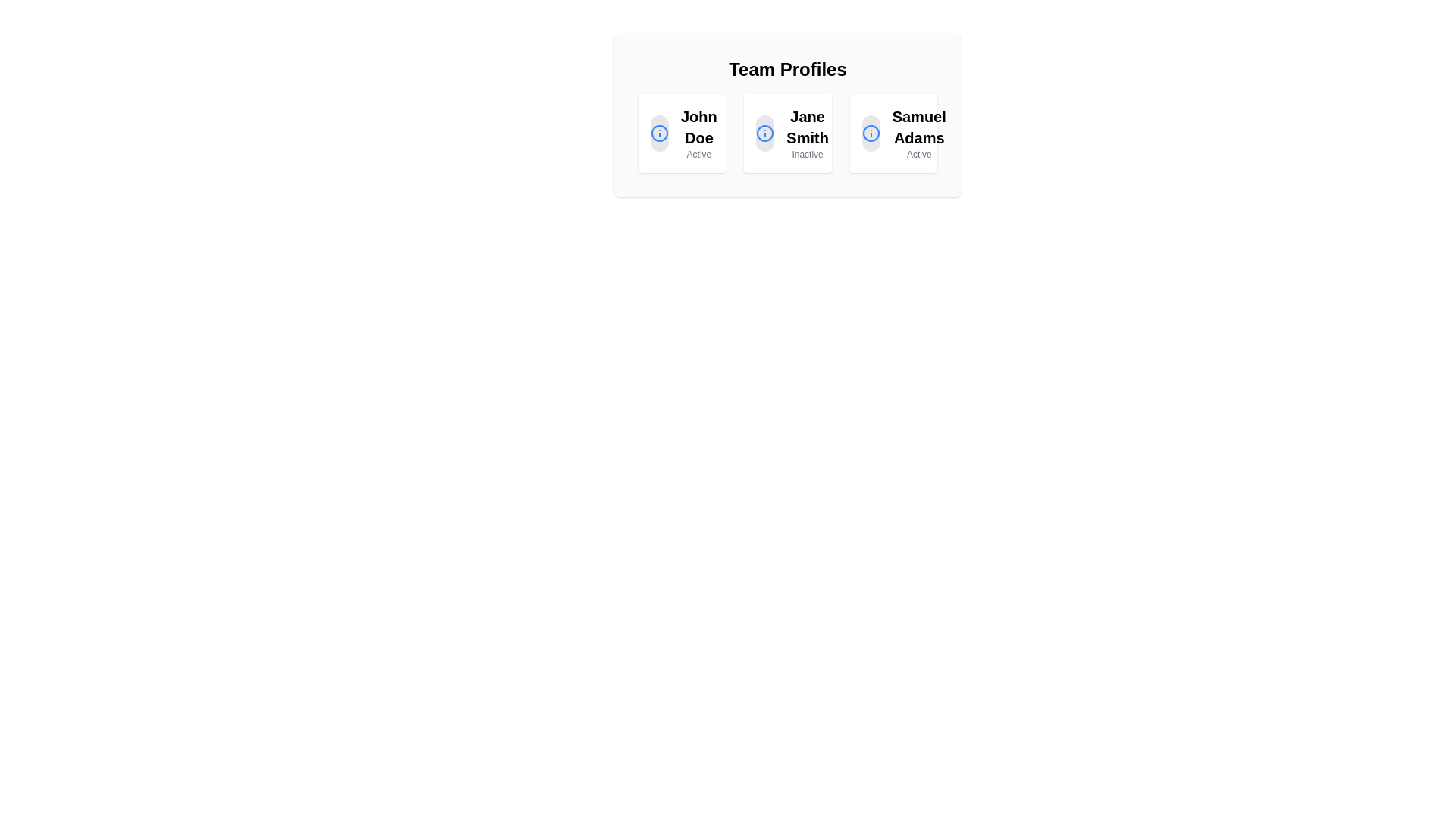 The width and height of the screenshot is (1456, 819). What do you see at coordinates (918, 133) in the screenshot?
I see `the prominent name 'Samuel Adams' in the right-most user profile card` at bounding box center [918, 133].